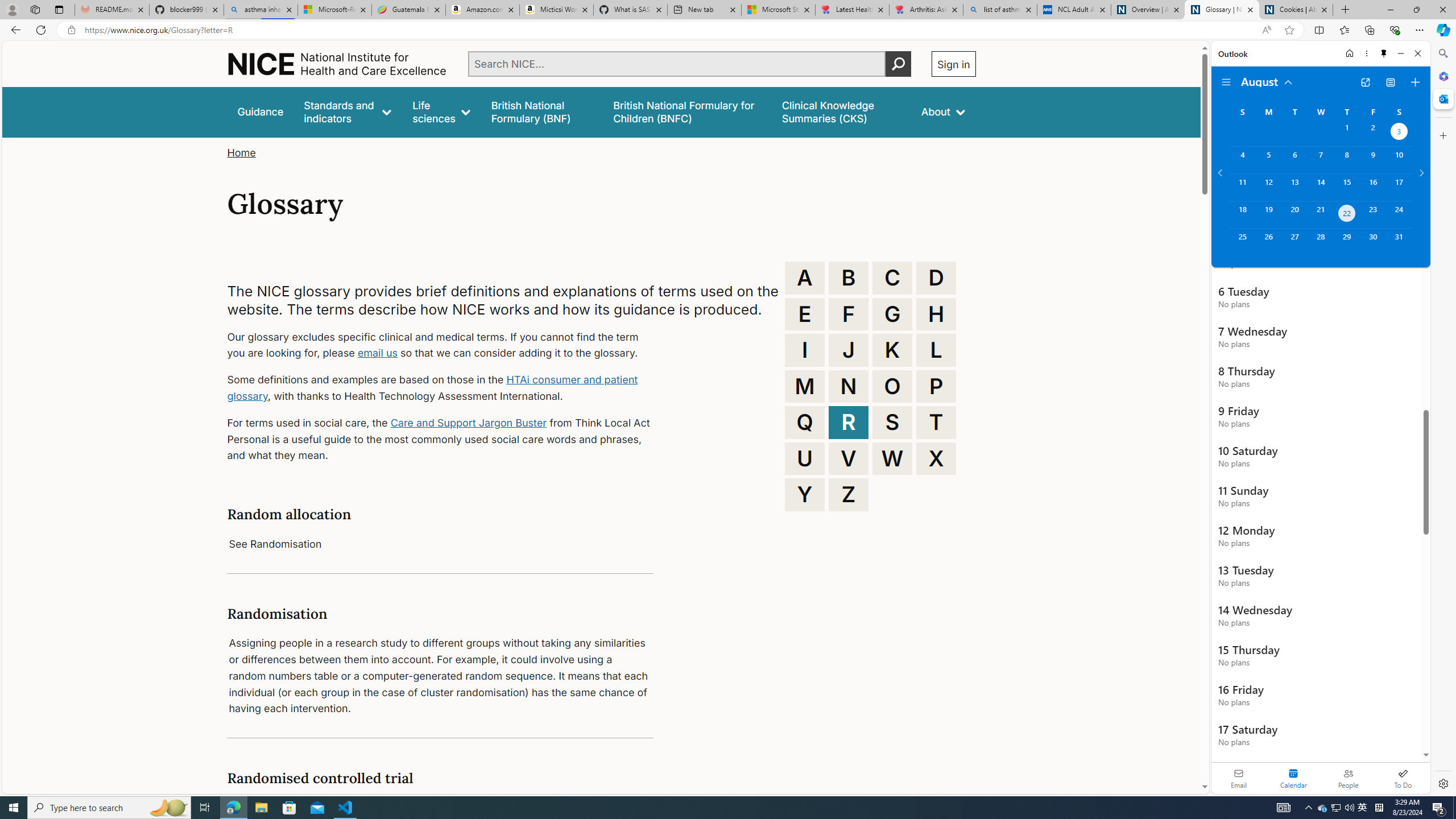 The width and height of the screenshot is (1456, 819). Describe the element at coordinates (936, 277) in the screenshot. I see `'D'` at that location.